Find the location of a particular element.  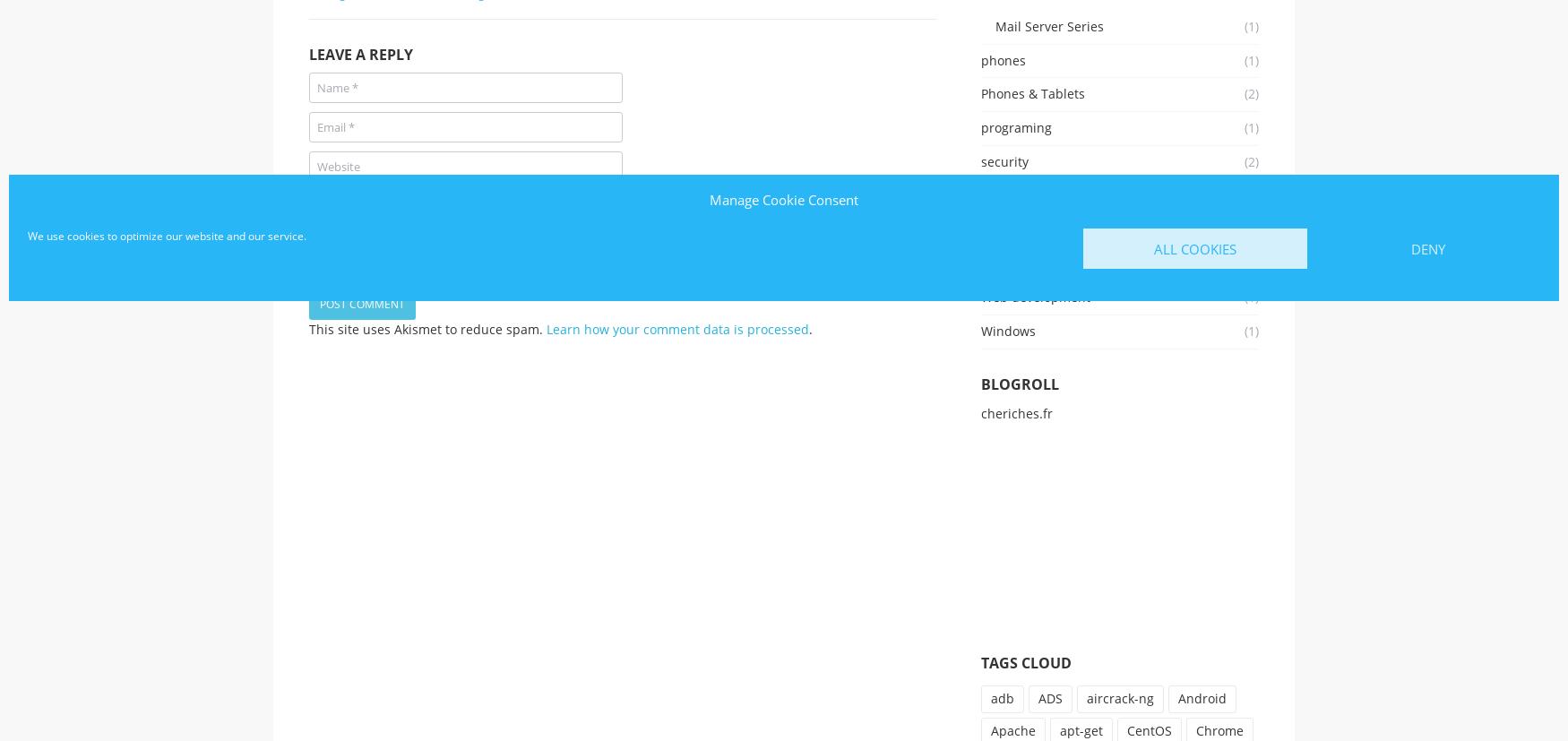

'Blogroll' is located at coordinates (1019, 382).